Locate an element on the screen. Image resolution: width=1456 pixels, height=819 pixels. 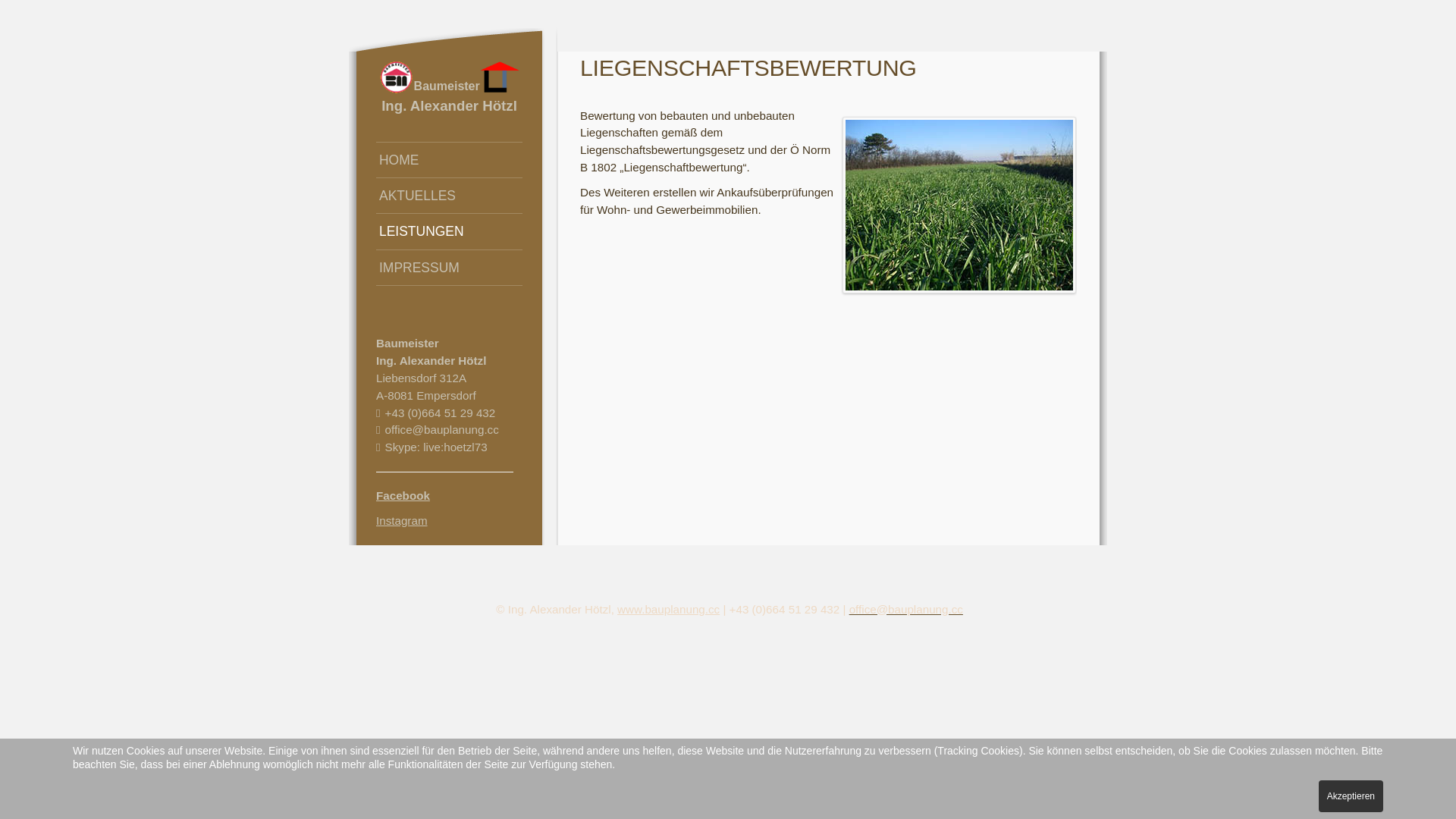
'AKTUELLES' is located at coordinates (448, 194).